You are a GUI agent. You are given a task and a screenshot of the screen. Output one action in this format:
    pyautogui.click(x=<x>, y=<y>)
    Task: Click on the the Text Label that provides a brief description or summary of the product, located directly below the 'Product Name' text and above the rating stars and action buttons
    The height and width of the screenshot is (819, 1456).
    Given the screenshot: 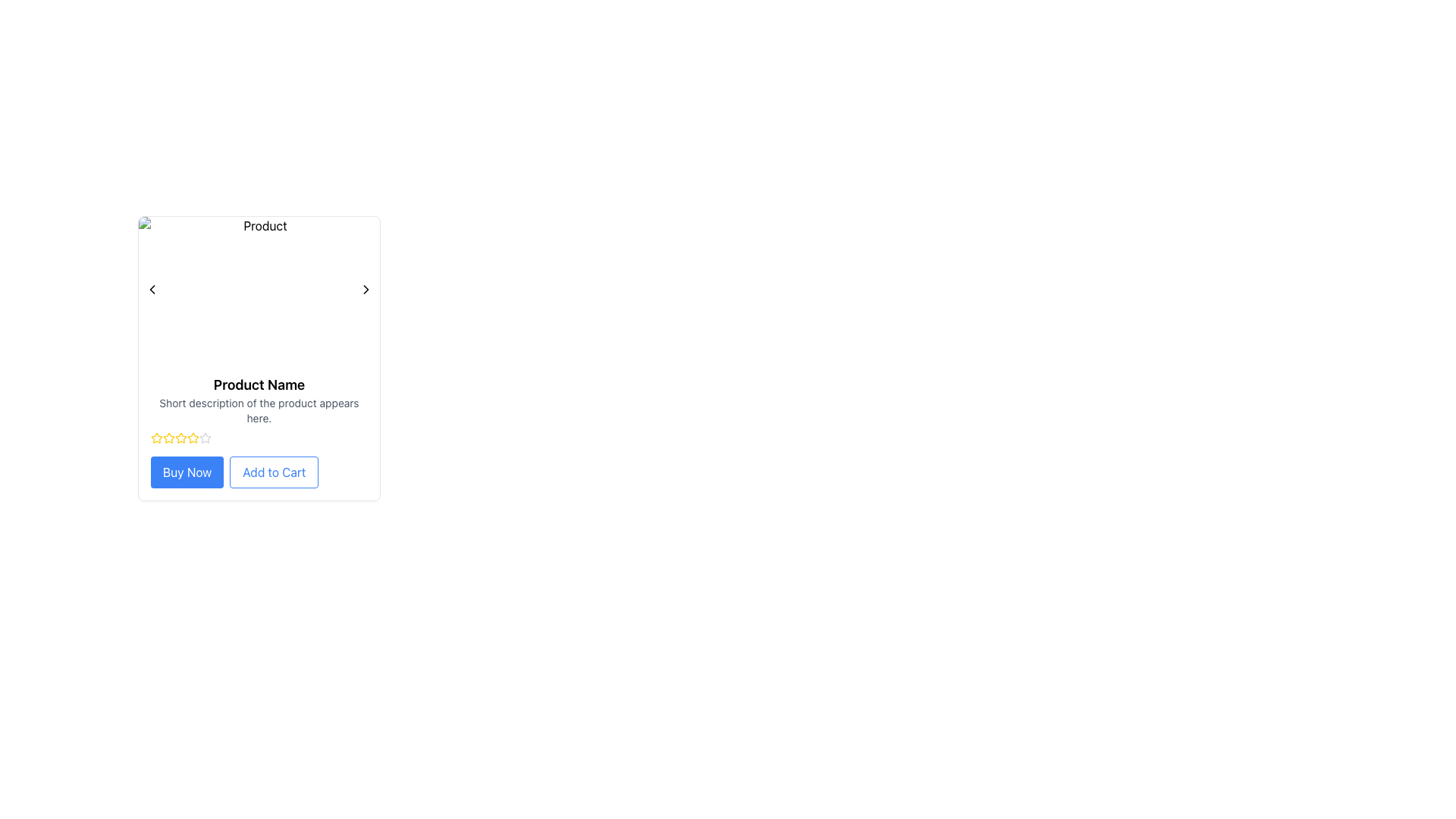 What is the action you would take?
    pyautogui.click(x=259, y=411)
    